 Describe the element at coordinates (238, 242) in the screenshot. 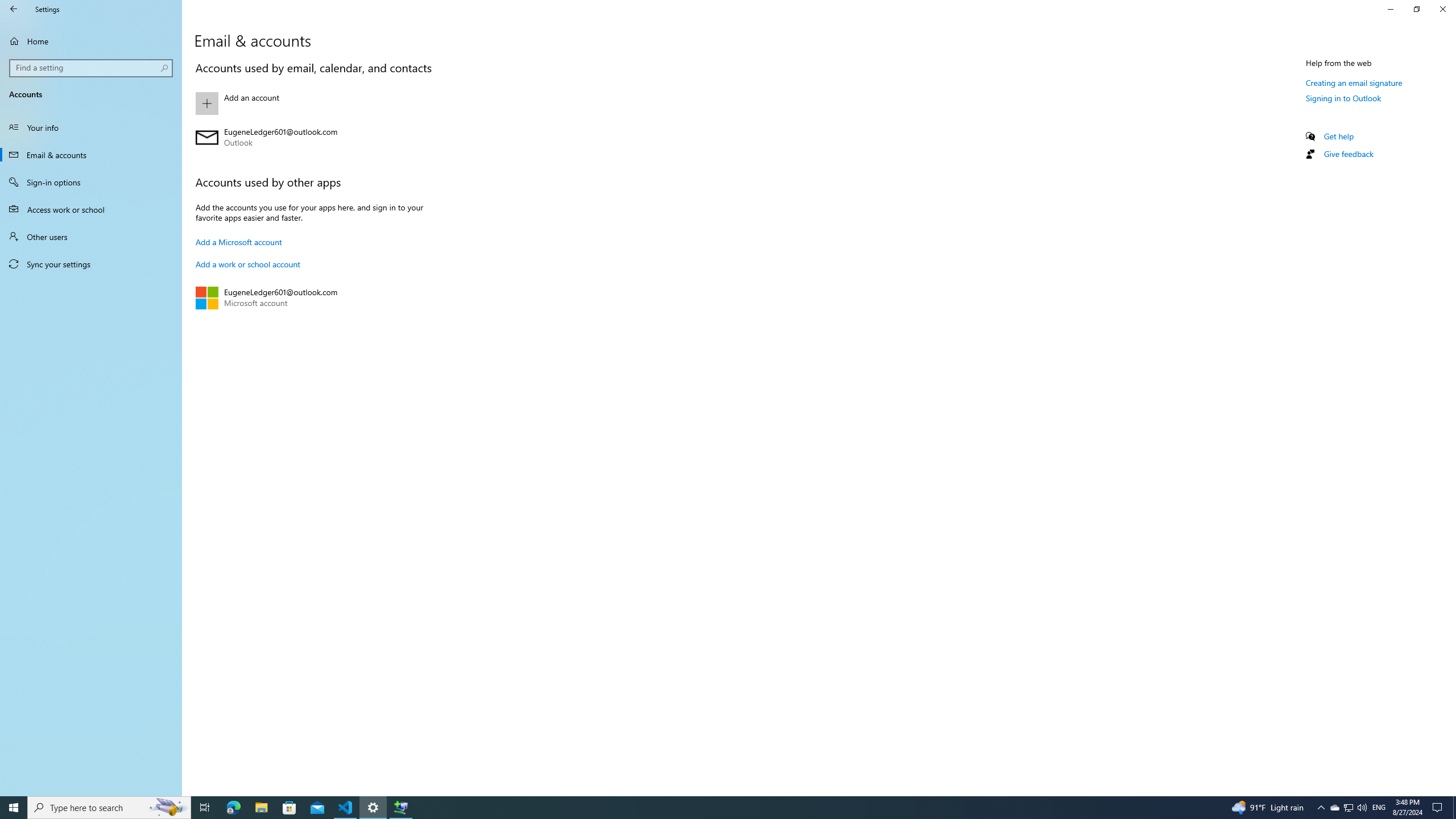

I see `'Add a Microsoft account'` at that location.